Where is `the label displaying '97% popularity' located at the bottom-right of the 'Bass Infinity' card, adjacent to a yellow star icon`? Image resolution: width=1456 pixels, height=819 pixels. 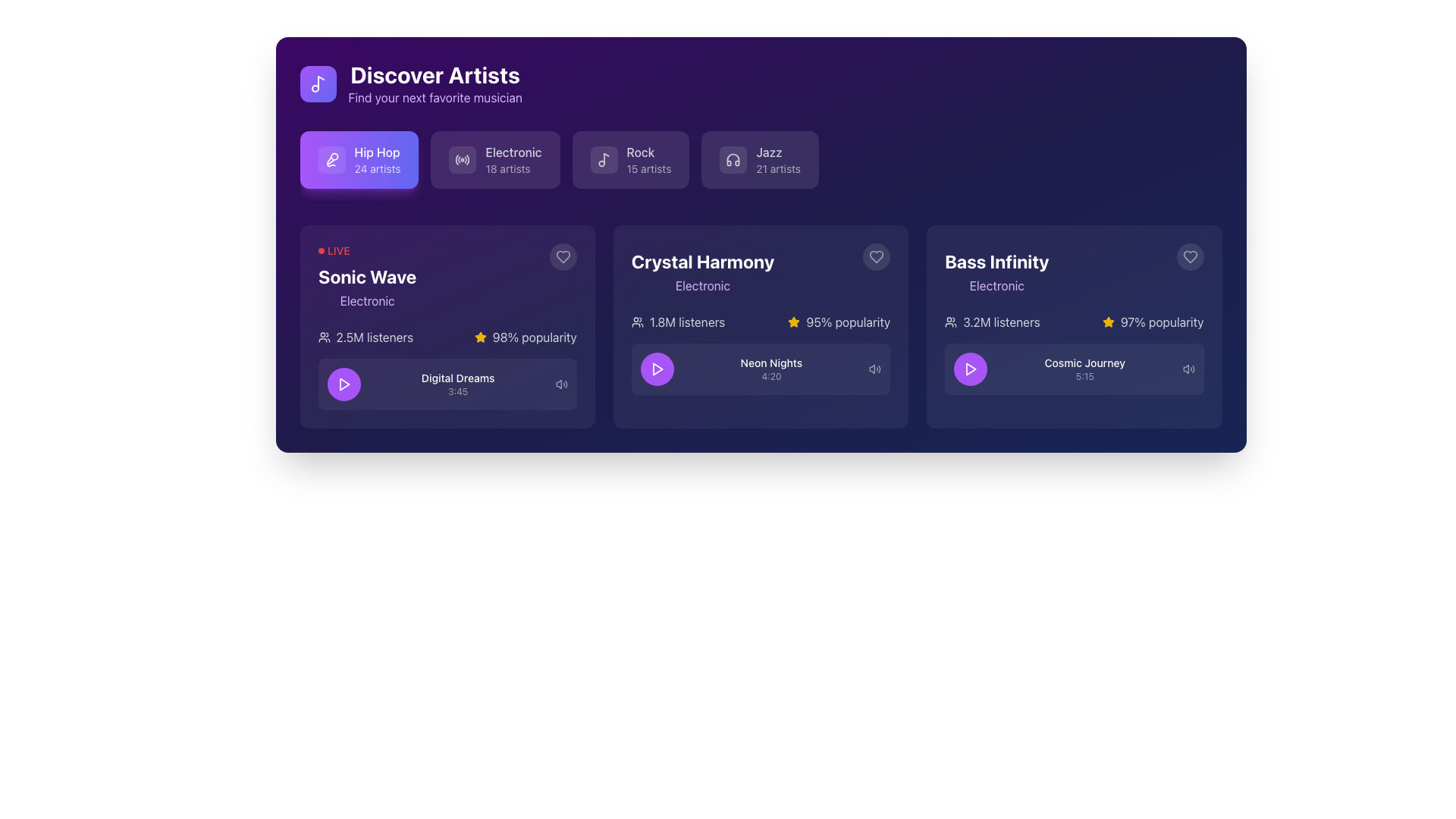 the label displaying '97% popularity' located at the bottom-right of the 'Bass Infinity' card, adjacent to a yellow star icon is located at coordinates (1161, 321).